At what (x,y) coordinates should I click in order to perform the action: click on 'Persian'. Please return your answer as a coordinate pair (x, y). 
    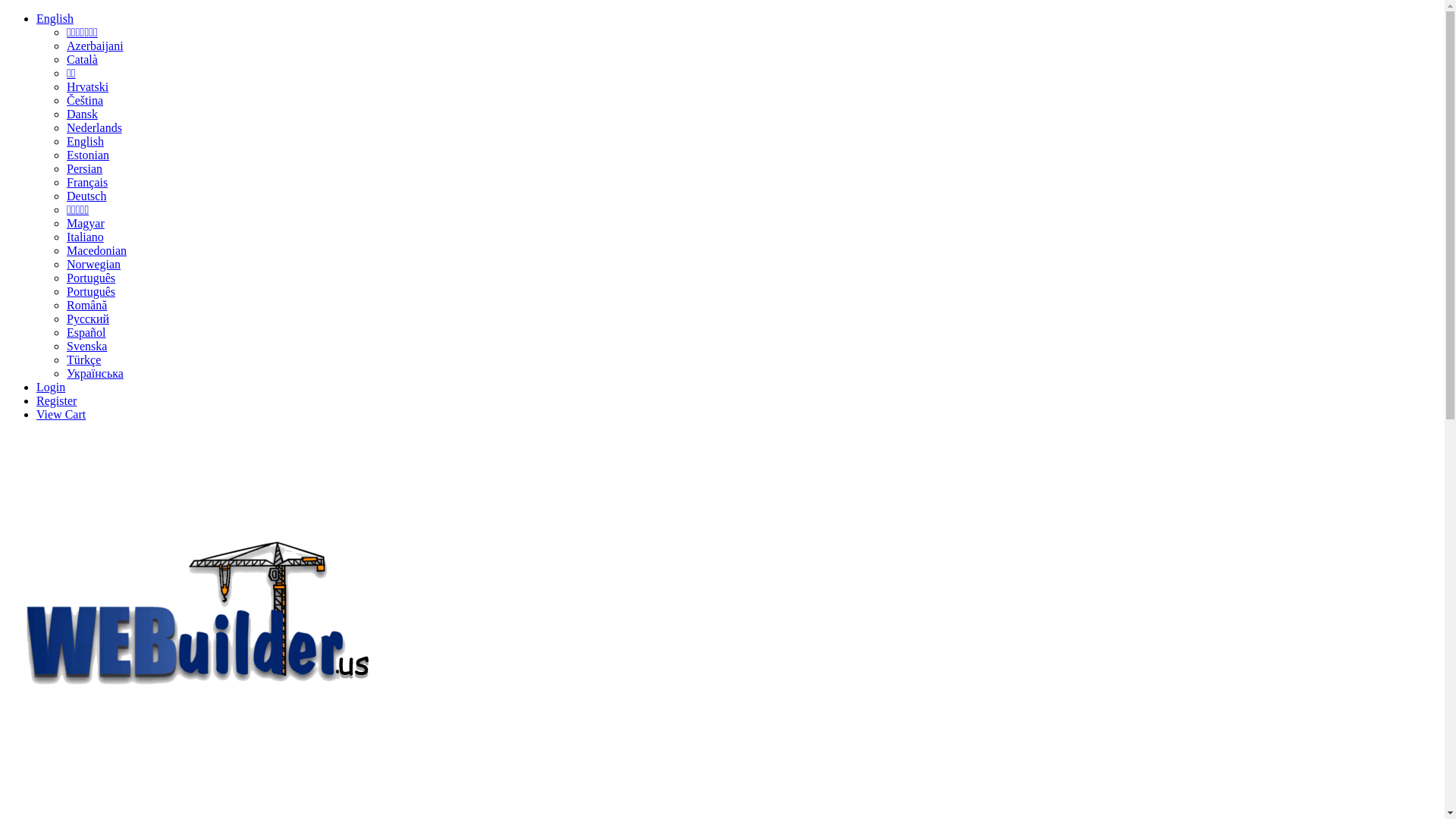
    Looking at the image, I should click on (83, 168).